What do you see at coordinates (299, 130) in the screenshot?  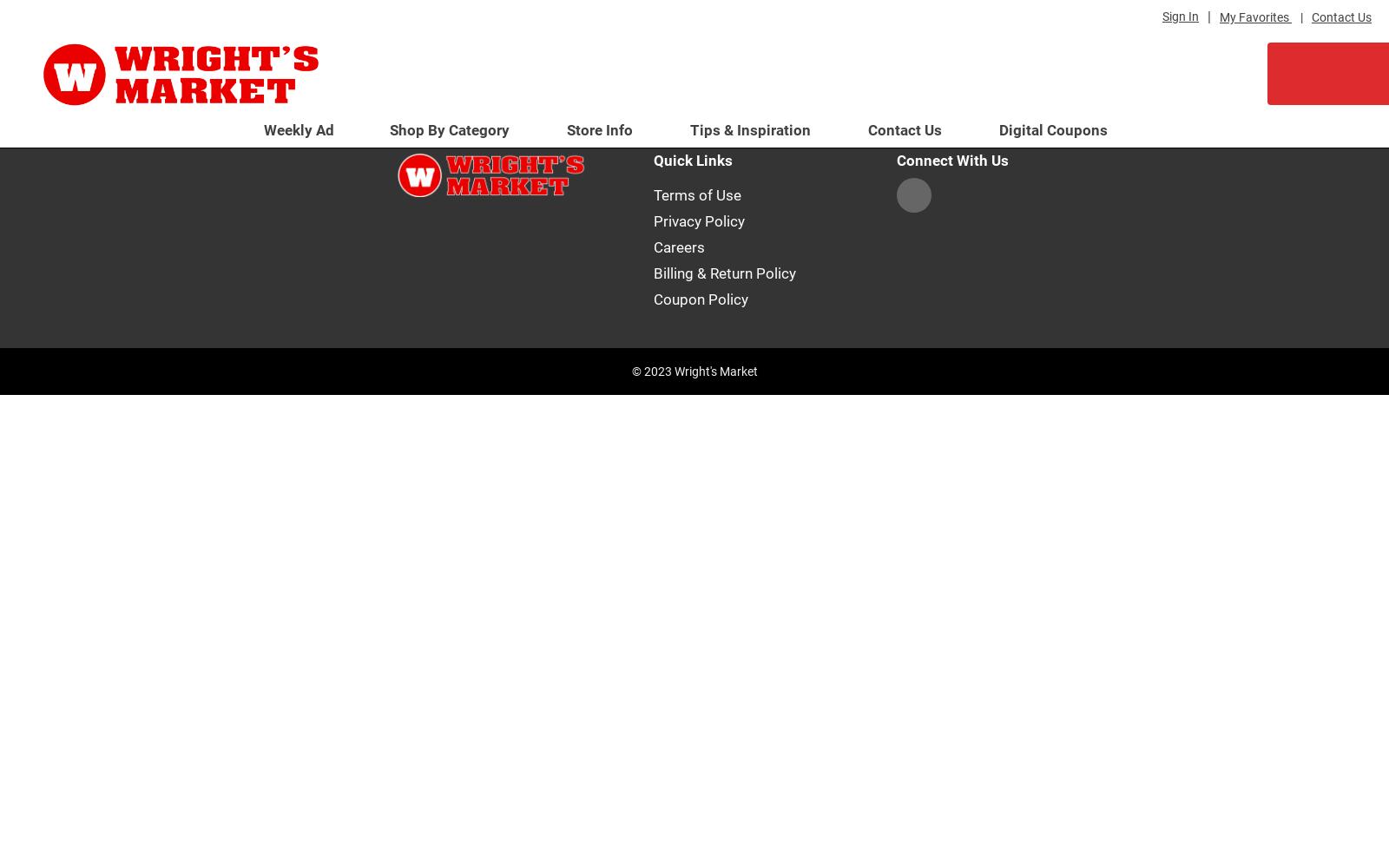 I see `'Weekly Ad'` at bounding box center [299, 130].